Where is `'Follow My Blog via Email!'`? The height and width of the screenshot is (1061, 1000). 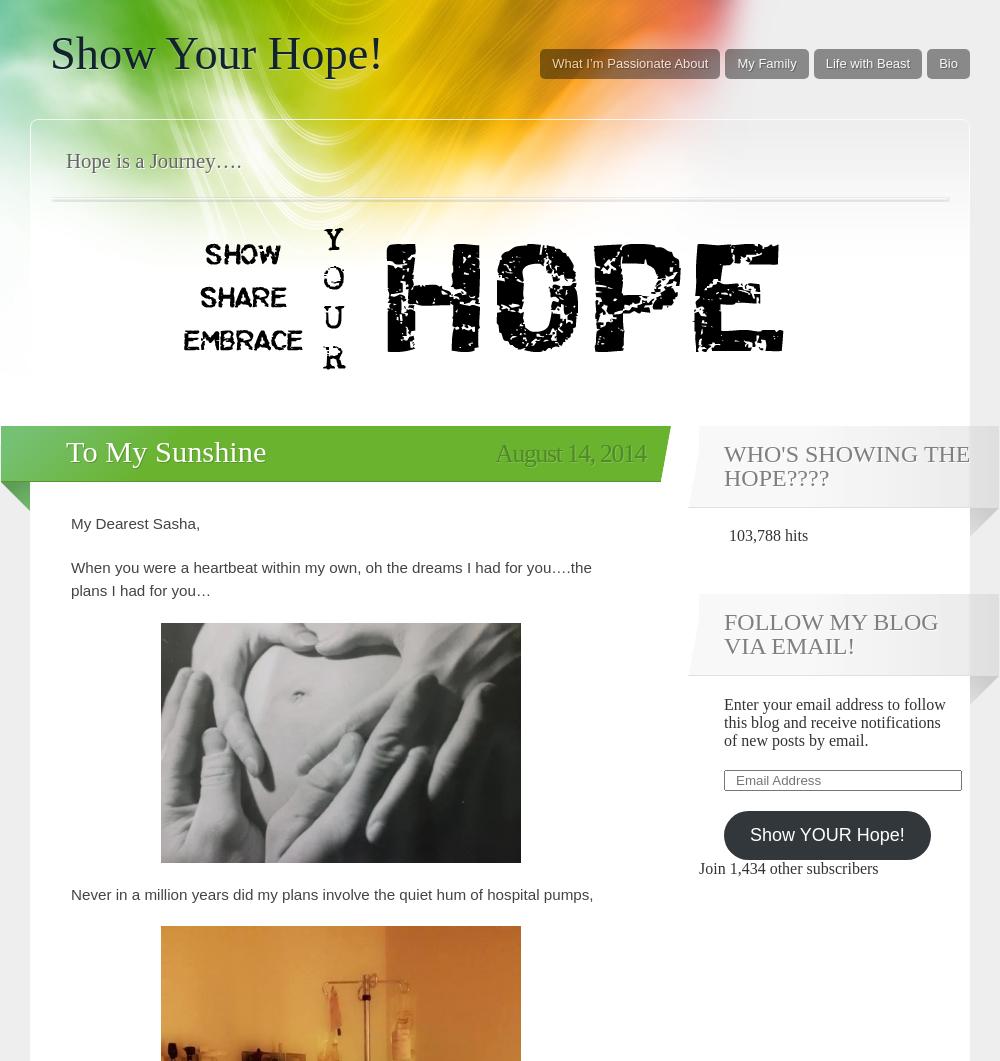 'Follow My Blog via Email!' is located at coordinates (830, 631).